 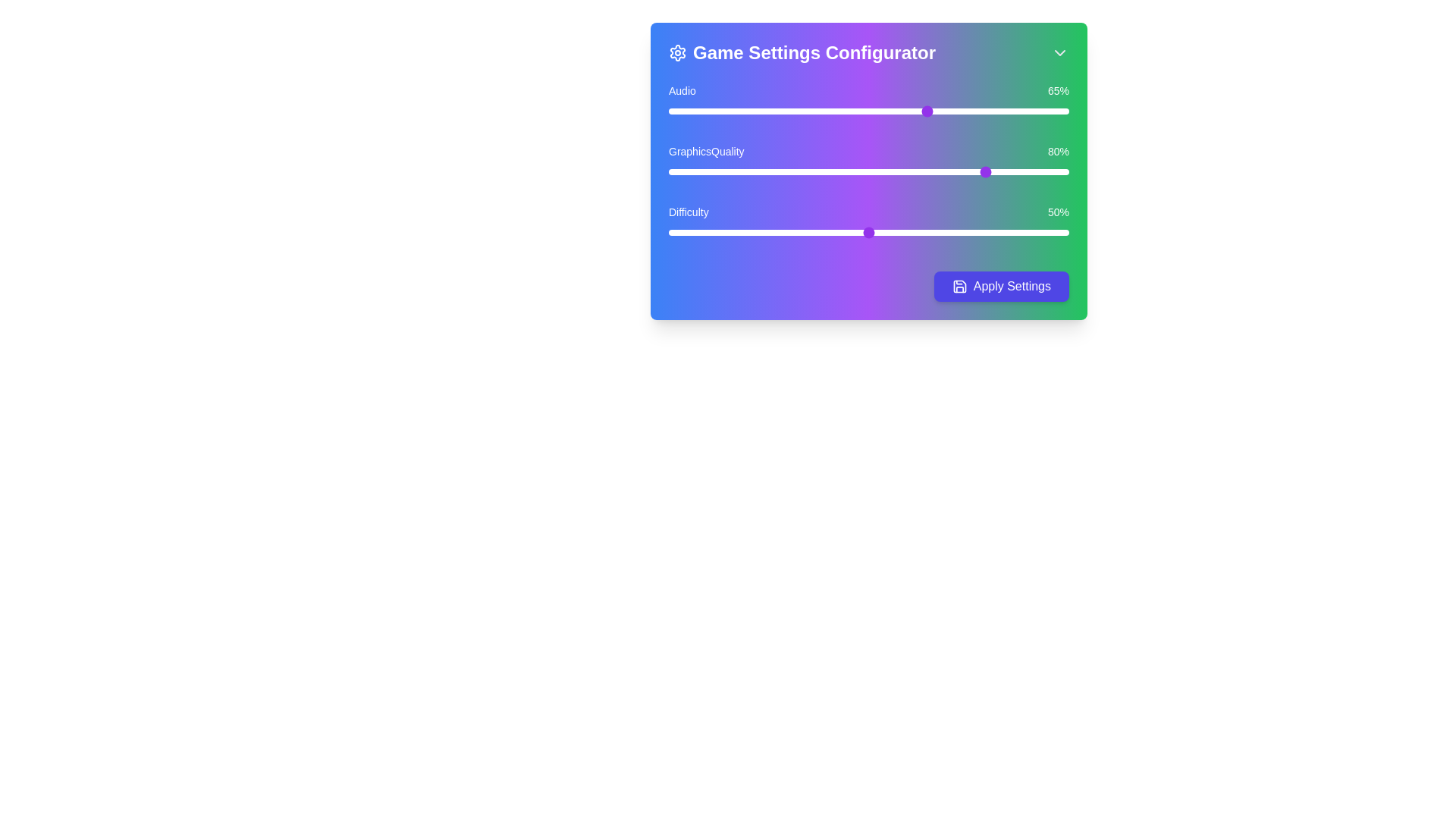 What do you see at coordinates (1058, 90) in the screenshot?
I see `the percentage value '65%' displayed in white text on a green background, which is located to the right of the slider in the 'Audio' settings interface` at bounding box center [1058, 90].